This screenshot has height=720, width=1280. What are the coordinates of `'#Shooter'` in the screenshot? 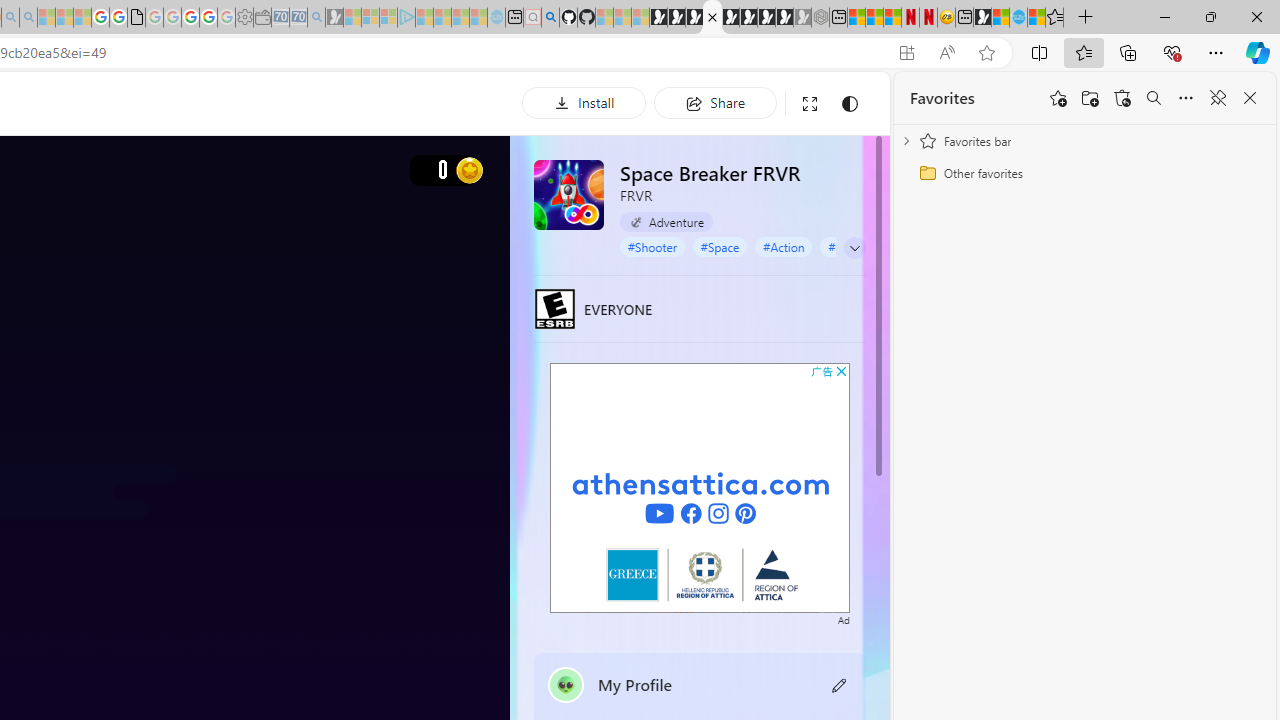 It's located at (652, 245).